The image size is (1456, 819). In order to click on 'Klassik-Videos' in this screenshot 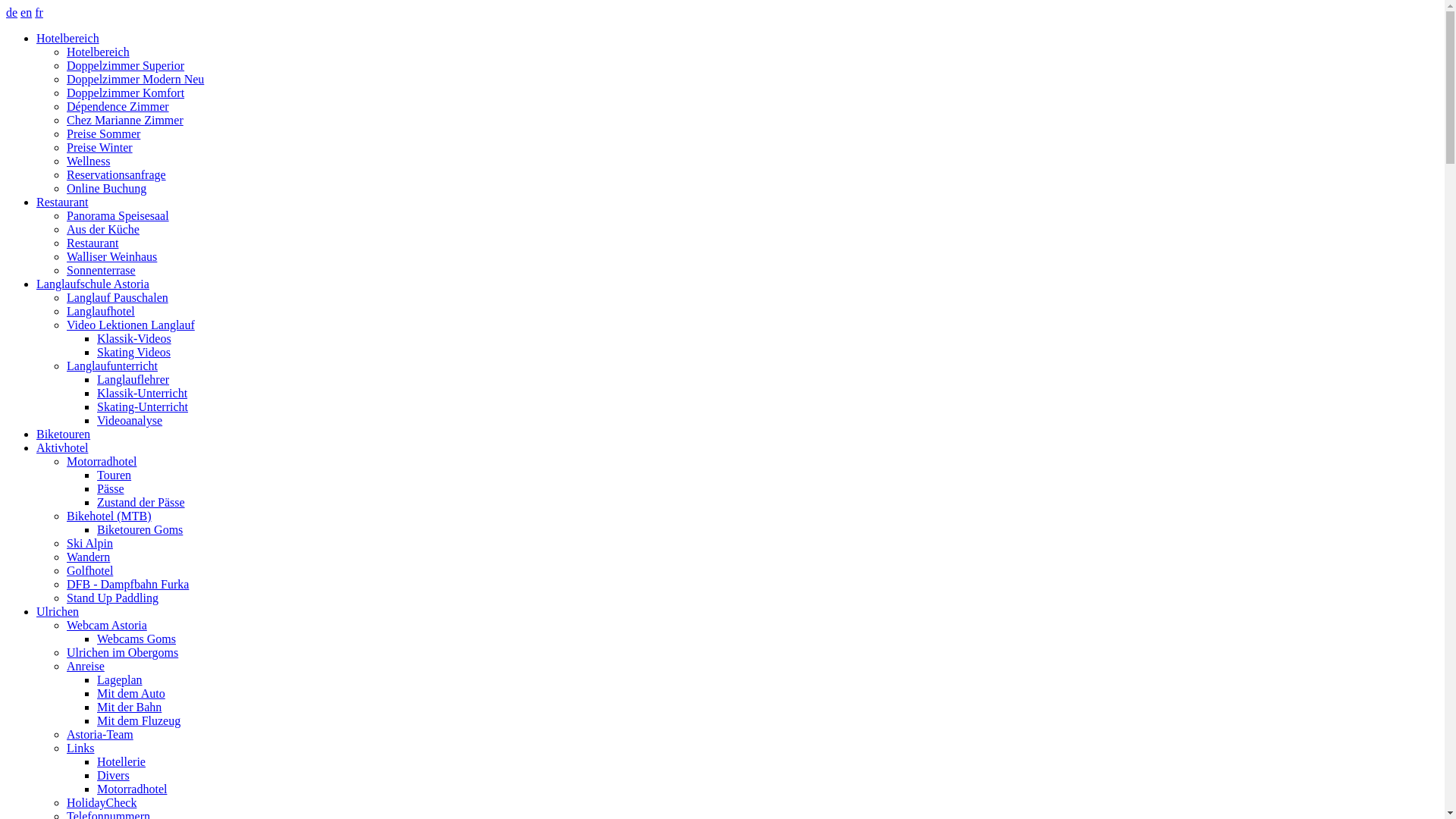, I will do `click(134, 337)`.